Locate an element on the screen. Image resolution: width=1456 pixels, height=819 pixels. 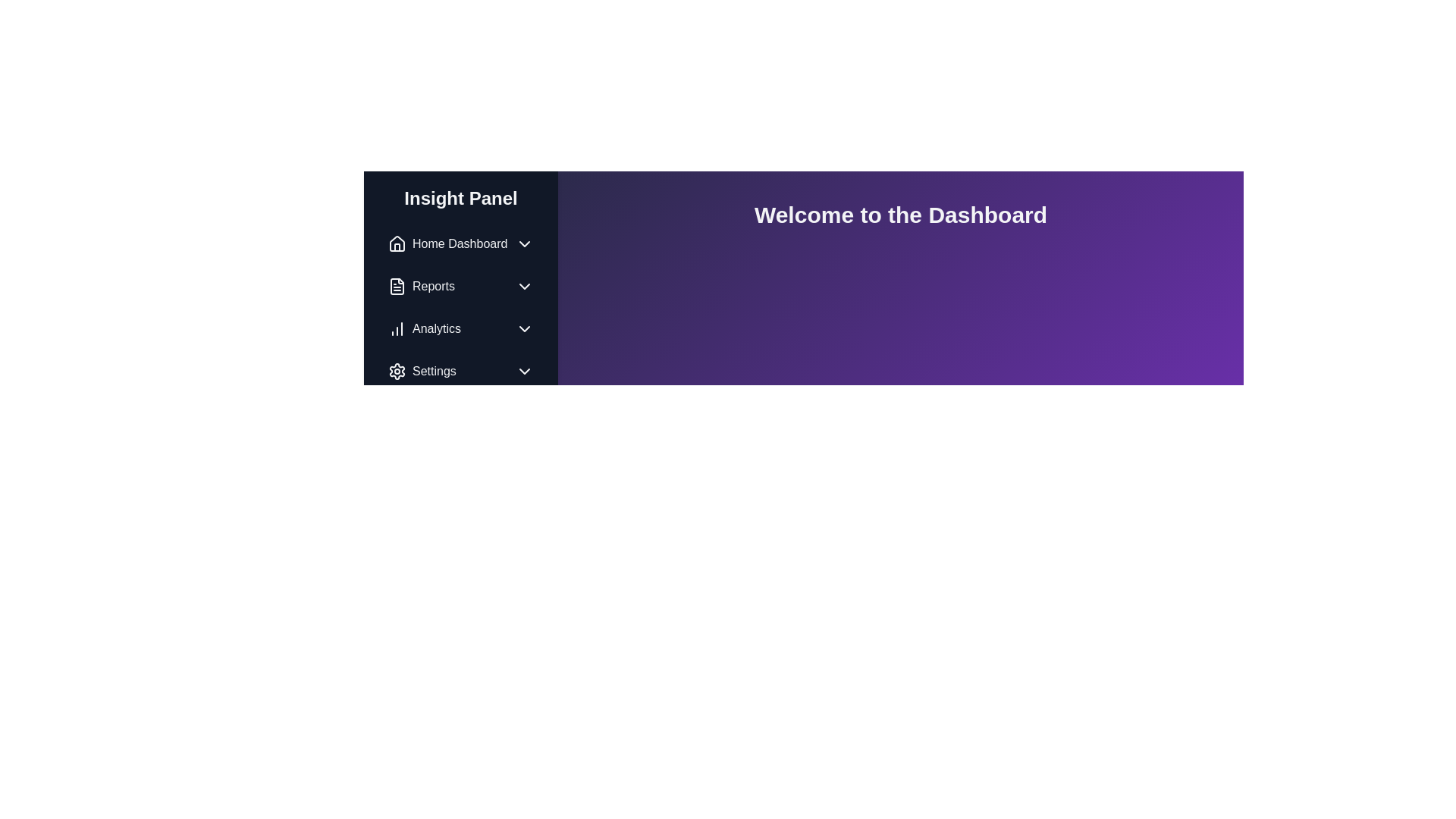
the 'Reports' text label in the sidebar navigation panel is located at coordinates (432, 287).